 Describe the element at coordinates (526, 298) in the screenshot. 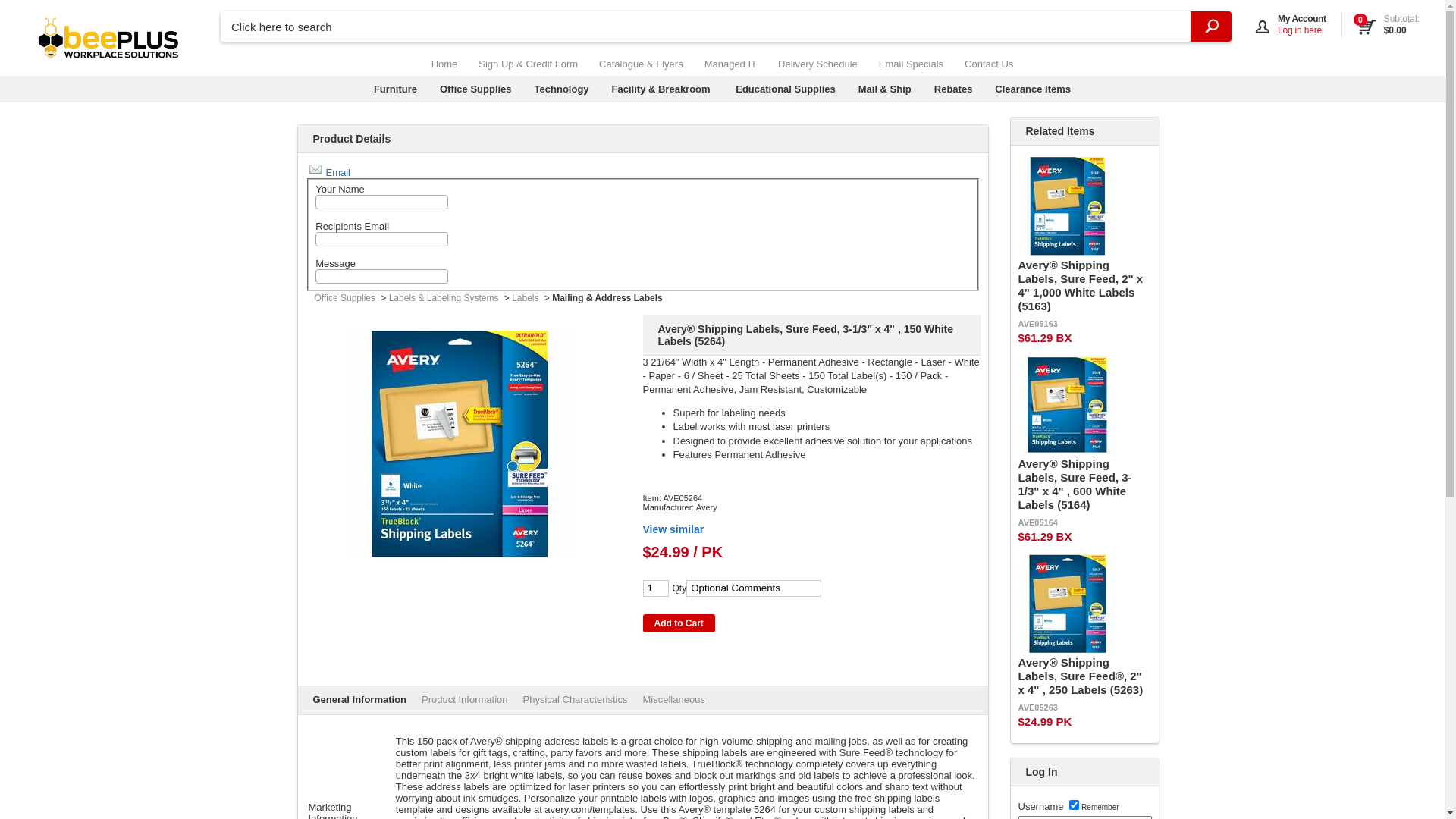

I see `'Labels'` at that location.